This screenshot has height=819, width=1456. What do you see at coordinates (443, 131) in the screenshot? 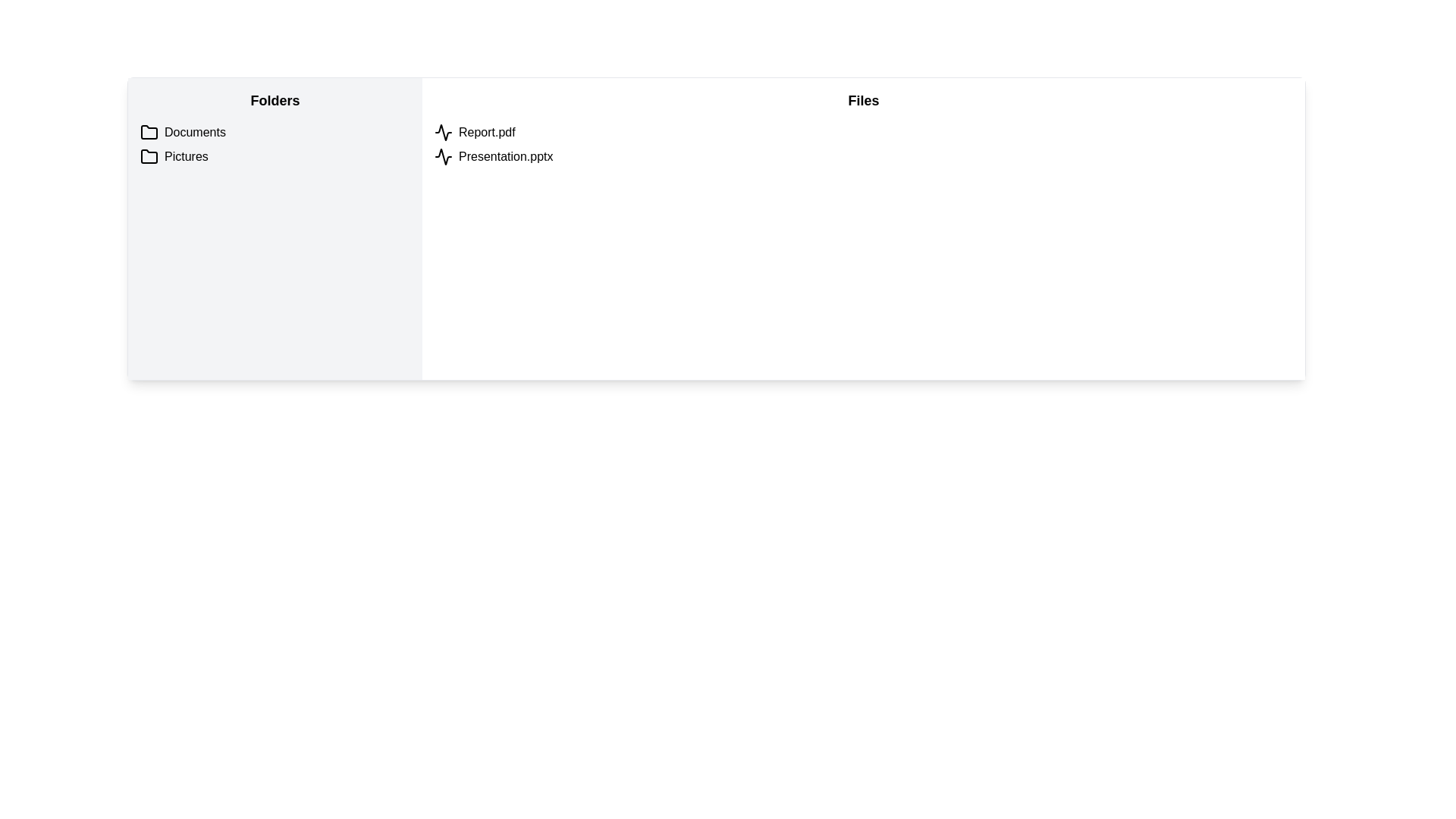
I see `the icon representing the file 'Report.pdf' located in the 'Files' section, positioned at the top of the file list` at bounding box center [443, 131].